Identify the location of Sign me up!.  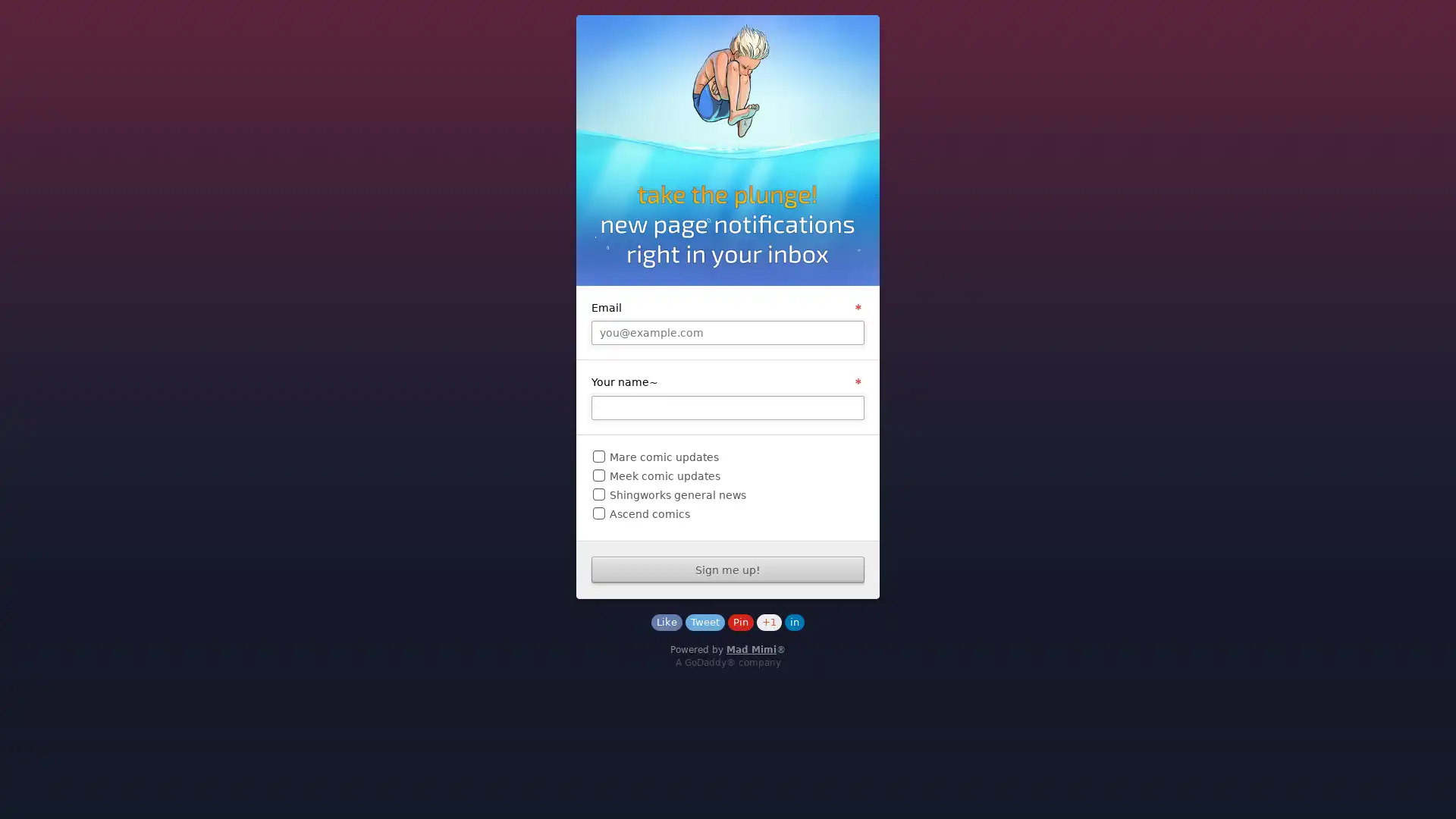
(728, 570).